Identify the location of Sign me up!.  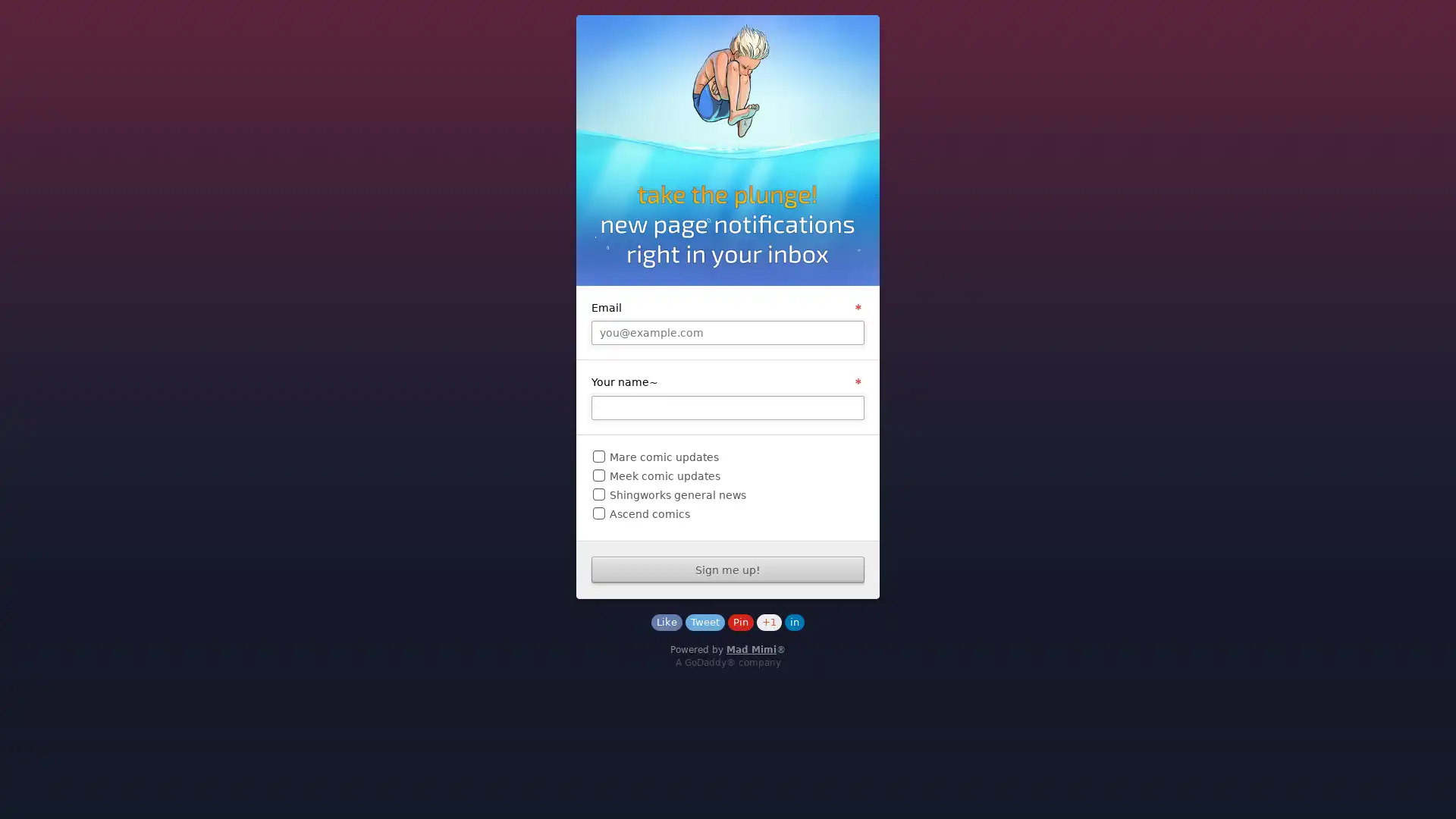
(728, 570).